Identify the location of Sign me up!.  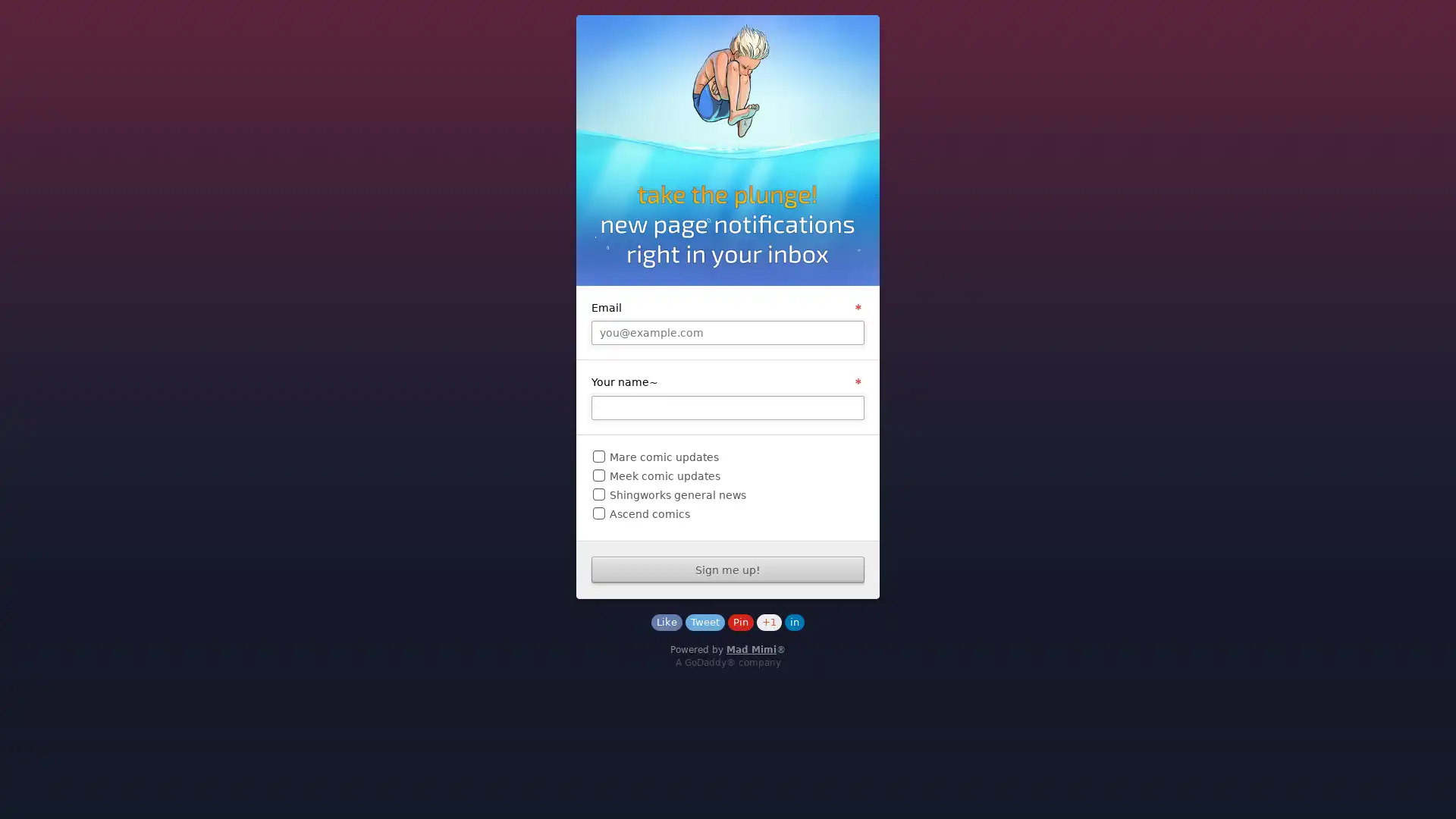
(728, 570).